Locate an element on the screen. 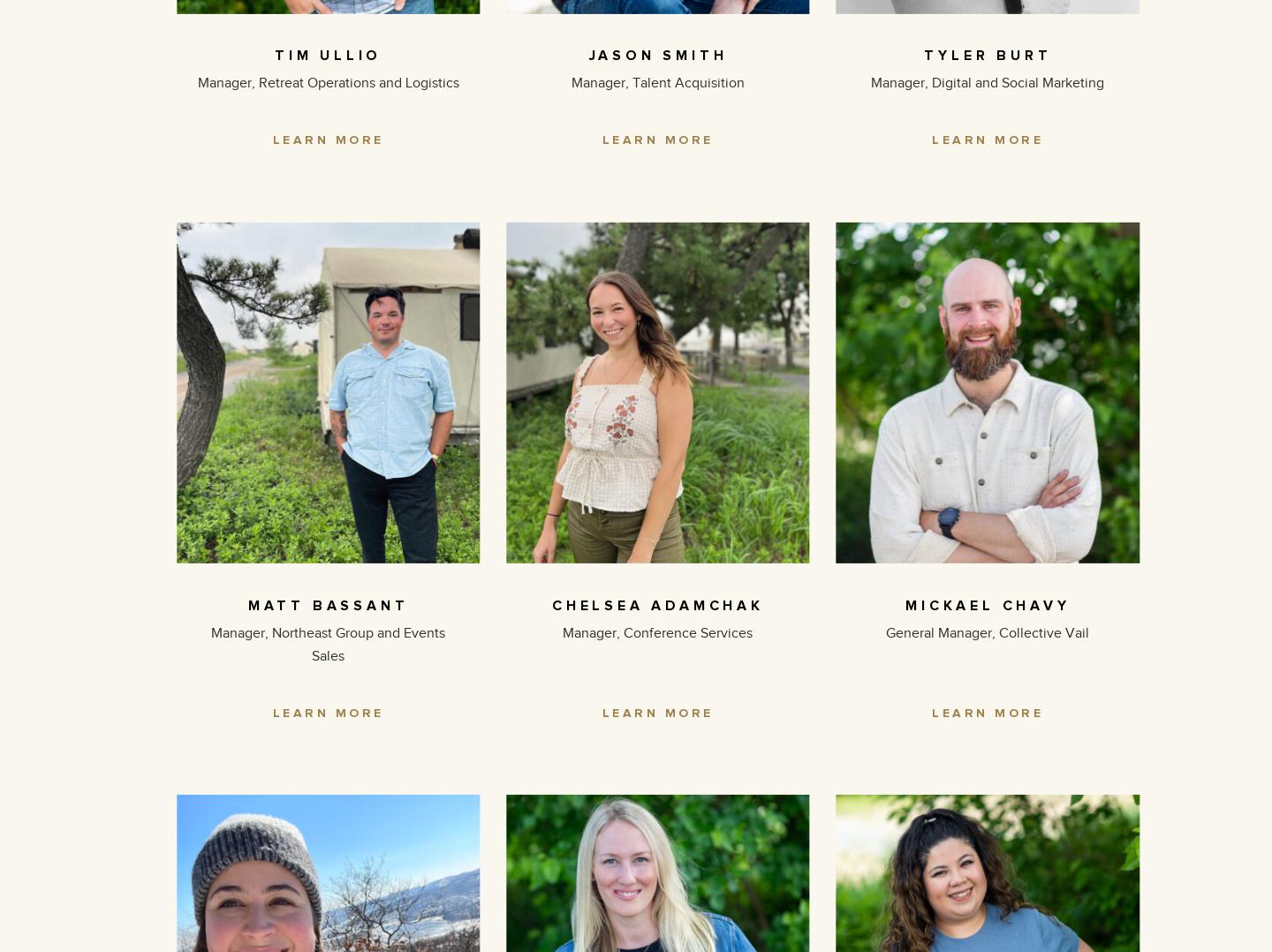 The image size is (1272, 952). 'TYLER BURT' is located at coordinates (987, 55).